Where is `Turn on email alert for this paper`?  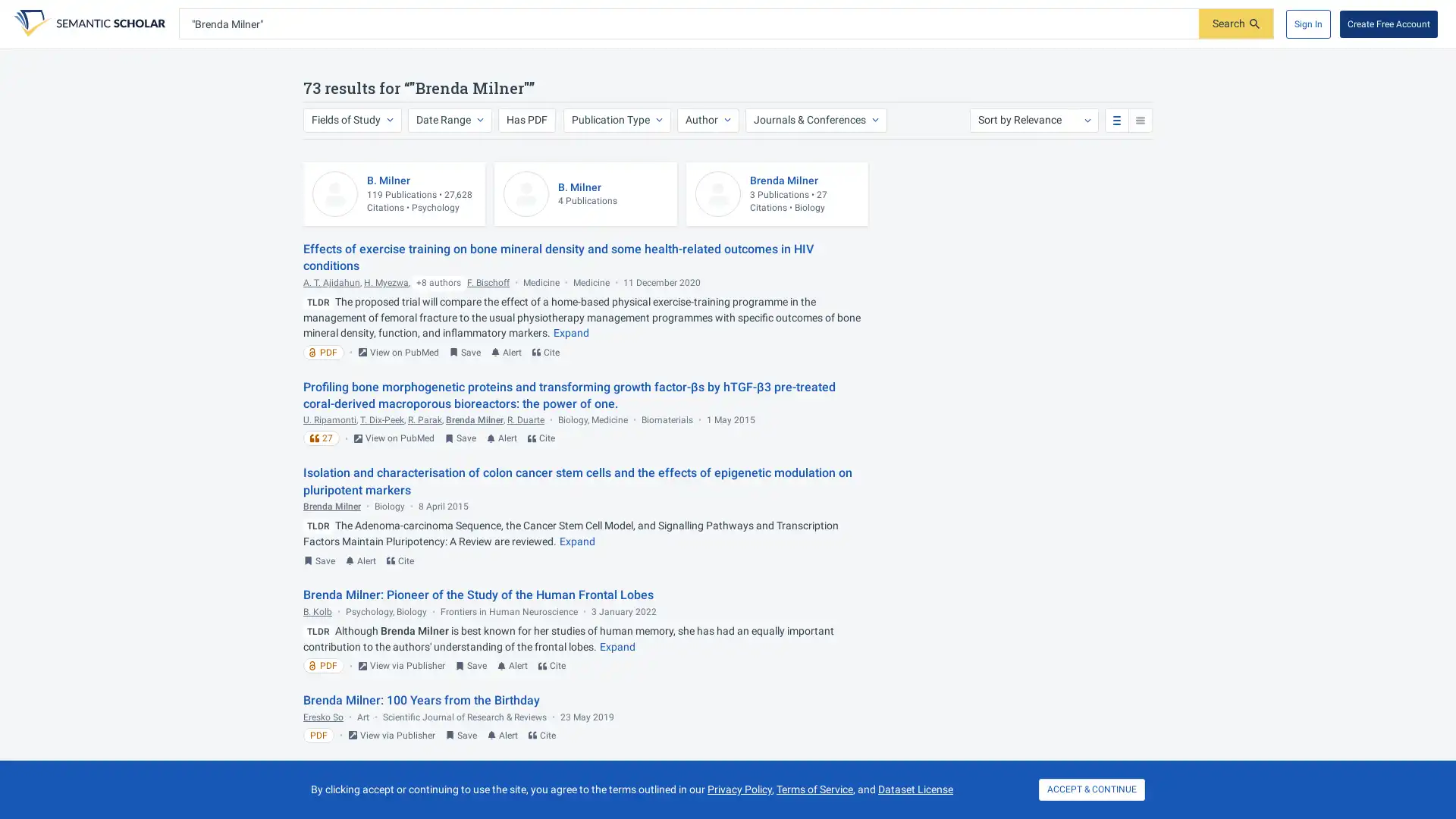
Turn on email alert for this paper is located at coordinates (502, 438).